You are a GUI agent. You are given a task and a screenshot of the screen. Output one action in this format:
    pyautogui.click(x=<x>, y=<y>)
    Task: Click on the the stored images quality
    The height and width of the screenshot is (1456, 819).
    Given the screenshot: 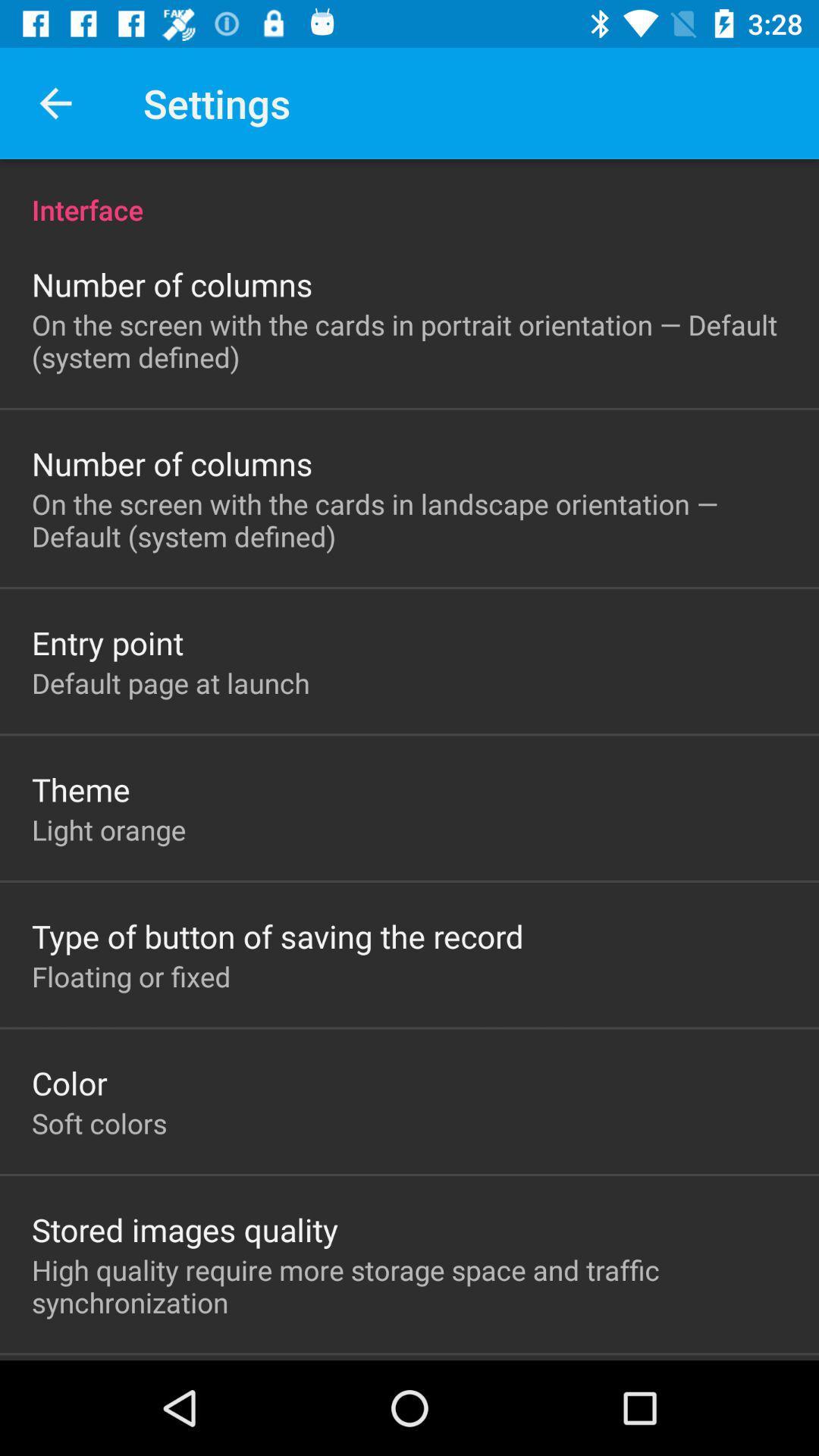 What is the action you would take?
    pyautogui.click(x=184, y=1229)
    